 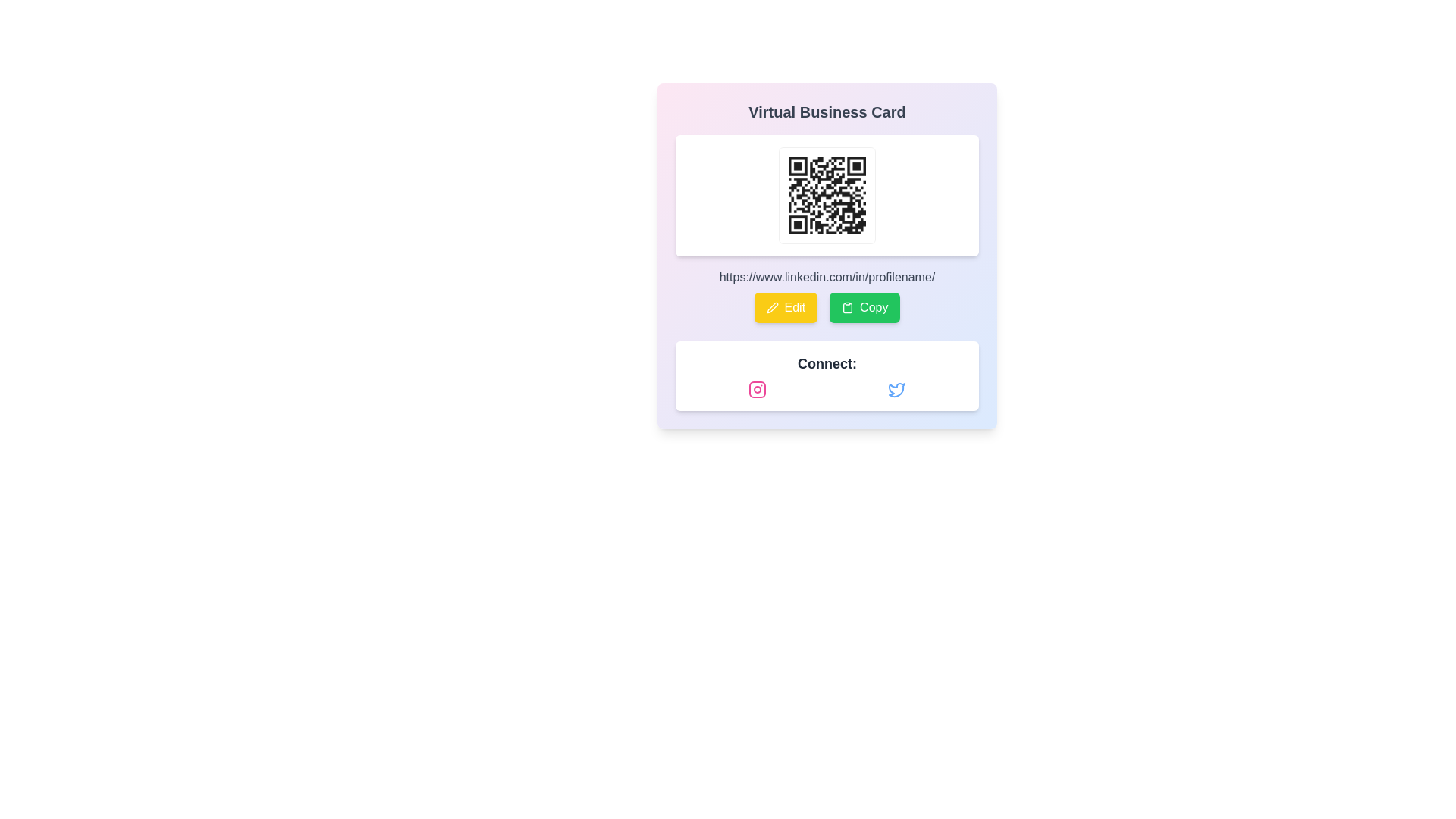 I want to click on the 'Edit' button containing the small yellow pen icon located below the QR code to initiate the edit action, so click(x=772, y=307).